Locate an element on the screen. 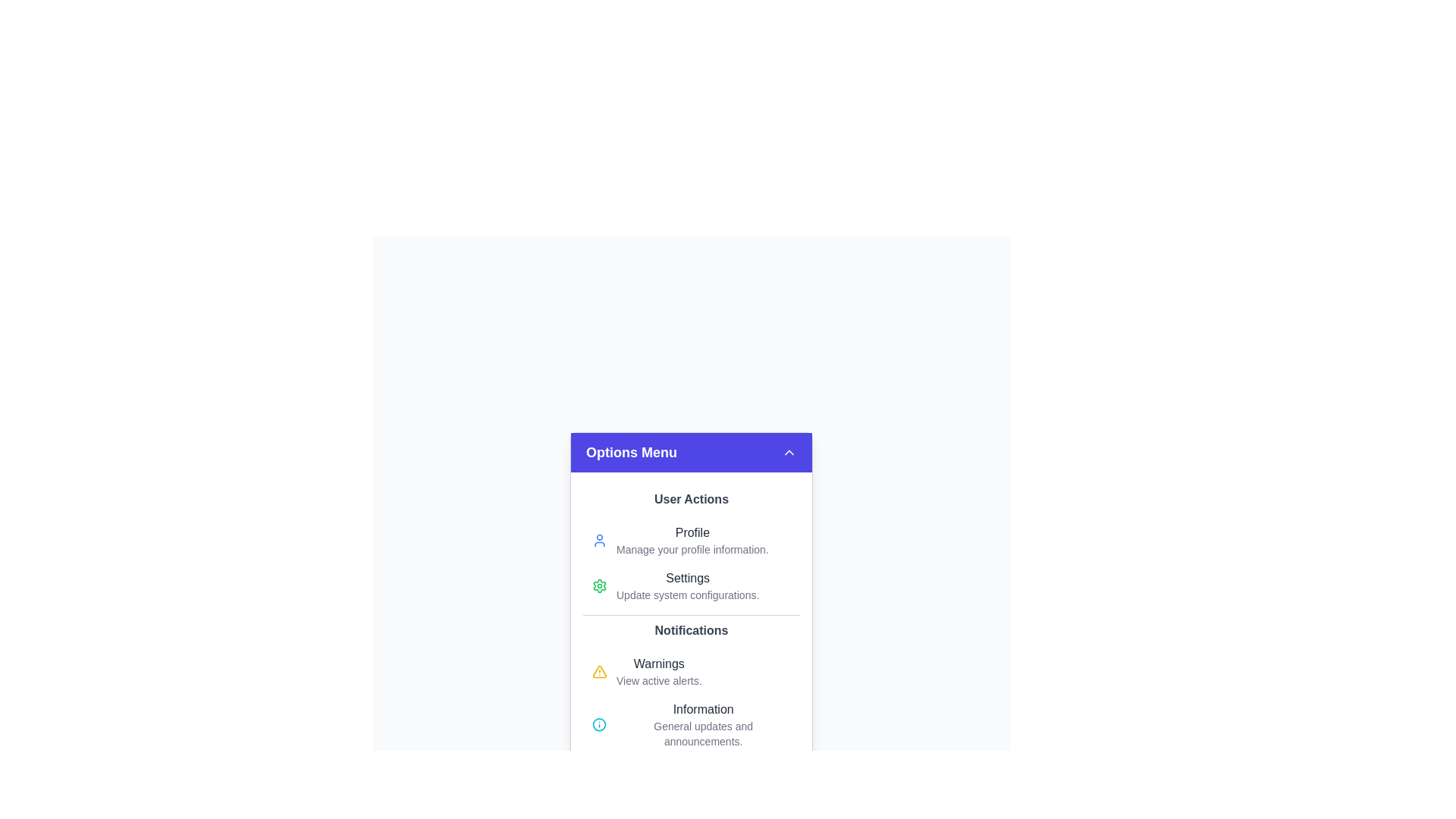 The image size is (1456, 819). the text label that serves as a heading for the configured options related to system settings in the User Actions category is located at coordinates (687, 579).